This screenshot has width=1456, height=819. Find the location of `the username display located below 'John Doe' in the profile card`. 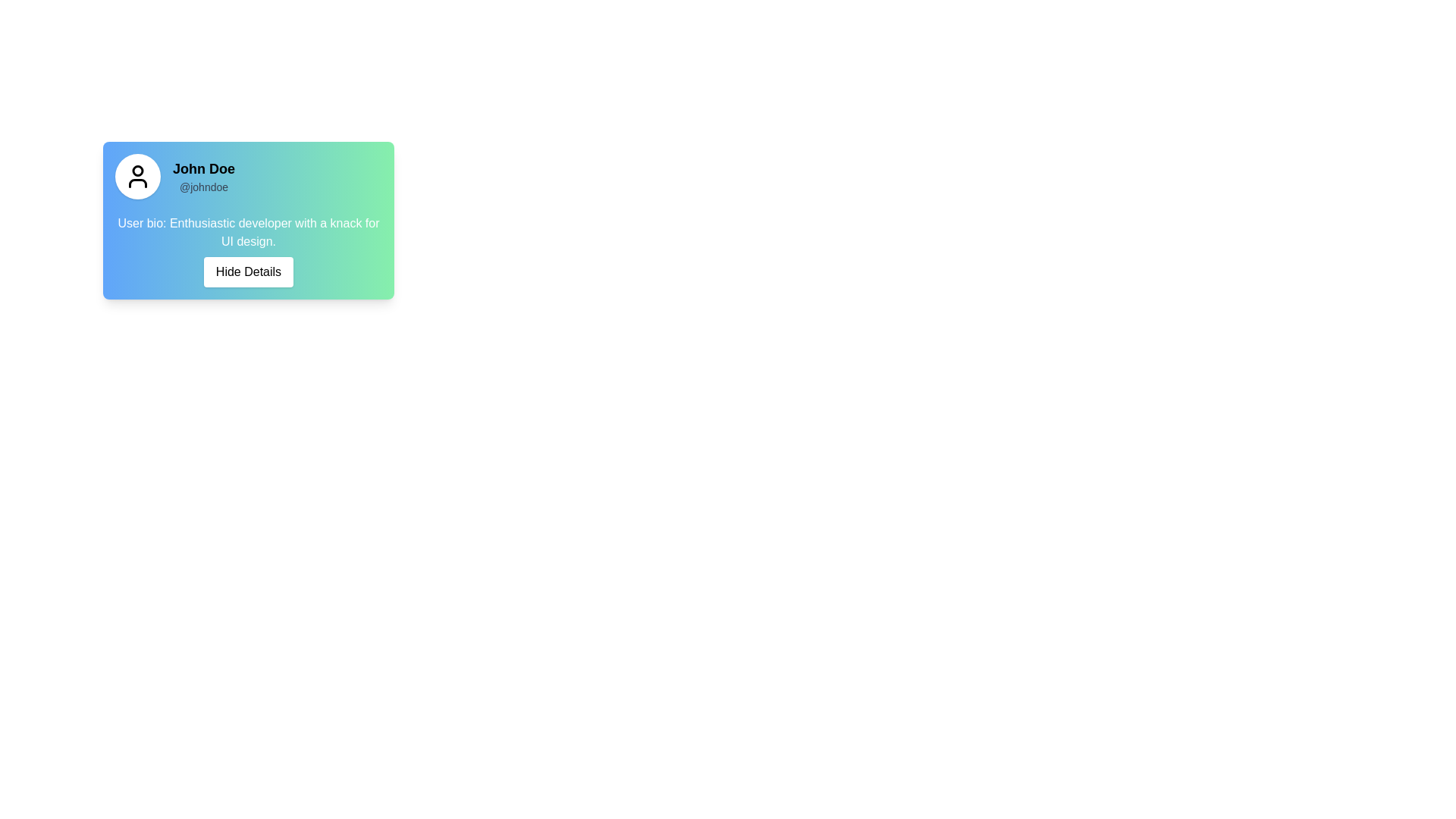

the username display located below 'John Doe' in the profile card is located at coordinates (202, 186).